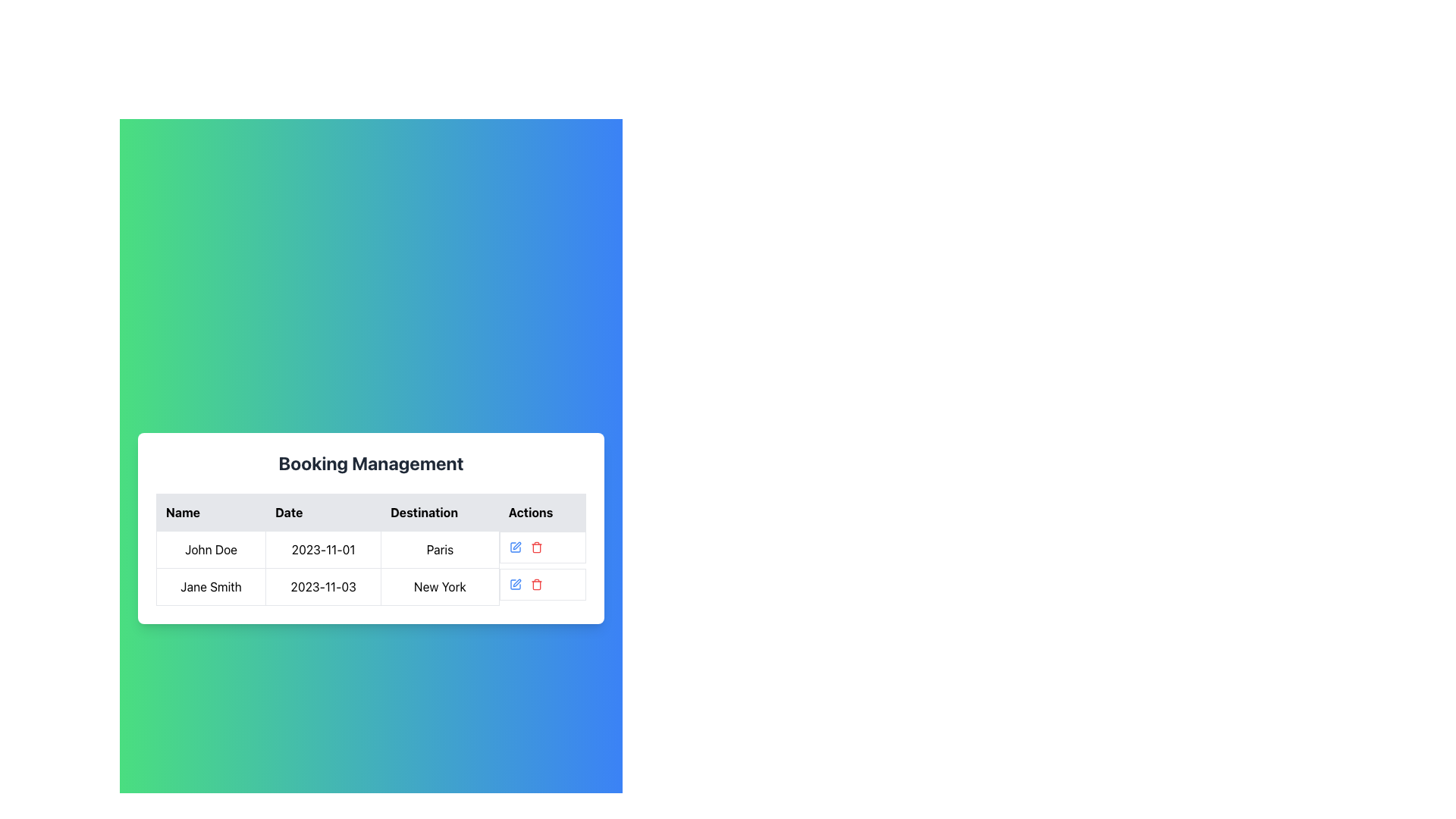 Image resolution: width=1456 pixels, height=819 pixels. I want to click on the body of the trash bin icon, which is the middle component of the trash icon's structure, to indicate a delete or remove action, so click(536, 584).